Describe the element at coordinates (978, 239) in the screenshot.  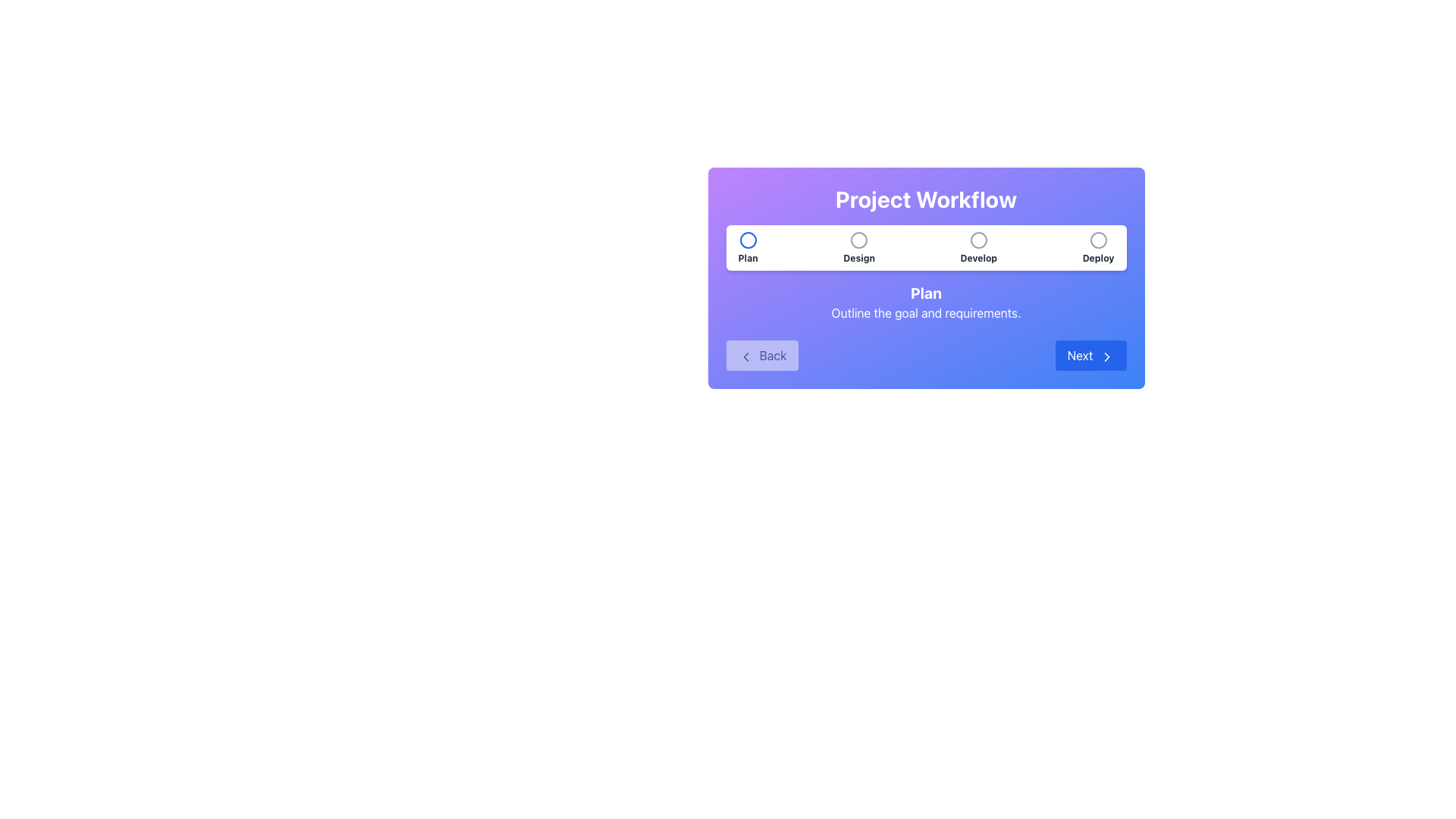
I see `the gray circular indicator in the workflow navigation bar located at the third step labeled 'Develop'` at that location.